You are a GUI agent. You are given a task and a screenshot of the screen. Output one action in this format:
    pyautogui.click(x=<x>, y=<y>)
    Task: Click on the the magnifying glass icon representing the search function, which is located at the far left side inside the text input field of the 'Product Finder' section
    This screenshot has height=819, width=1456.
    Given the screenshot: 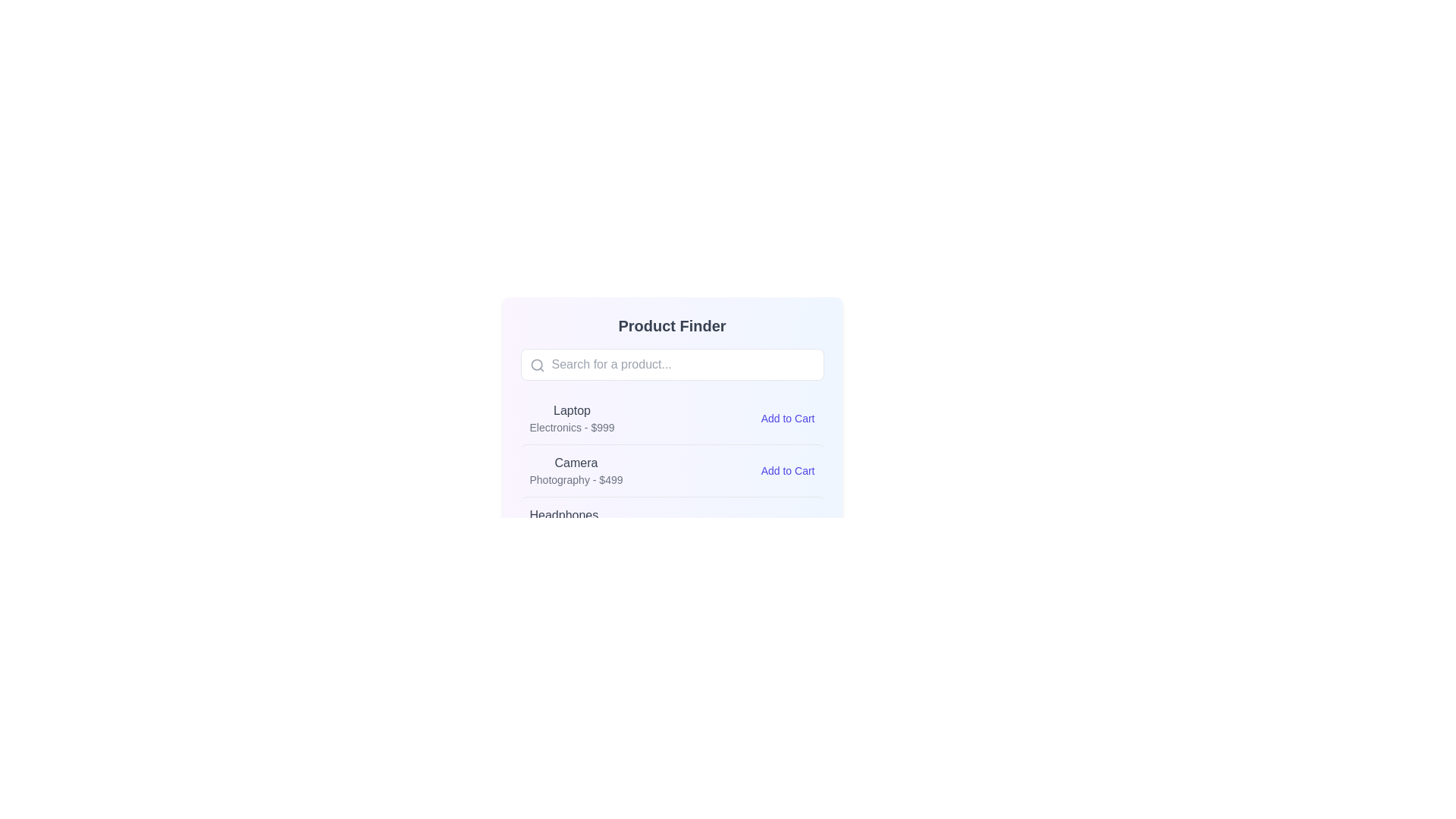 What is the action you would take?
    pyautogui.click(x=537, y=366)
    